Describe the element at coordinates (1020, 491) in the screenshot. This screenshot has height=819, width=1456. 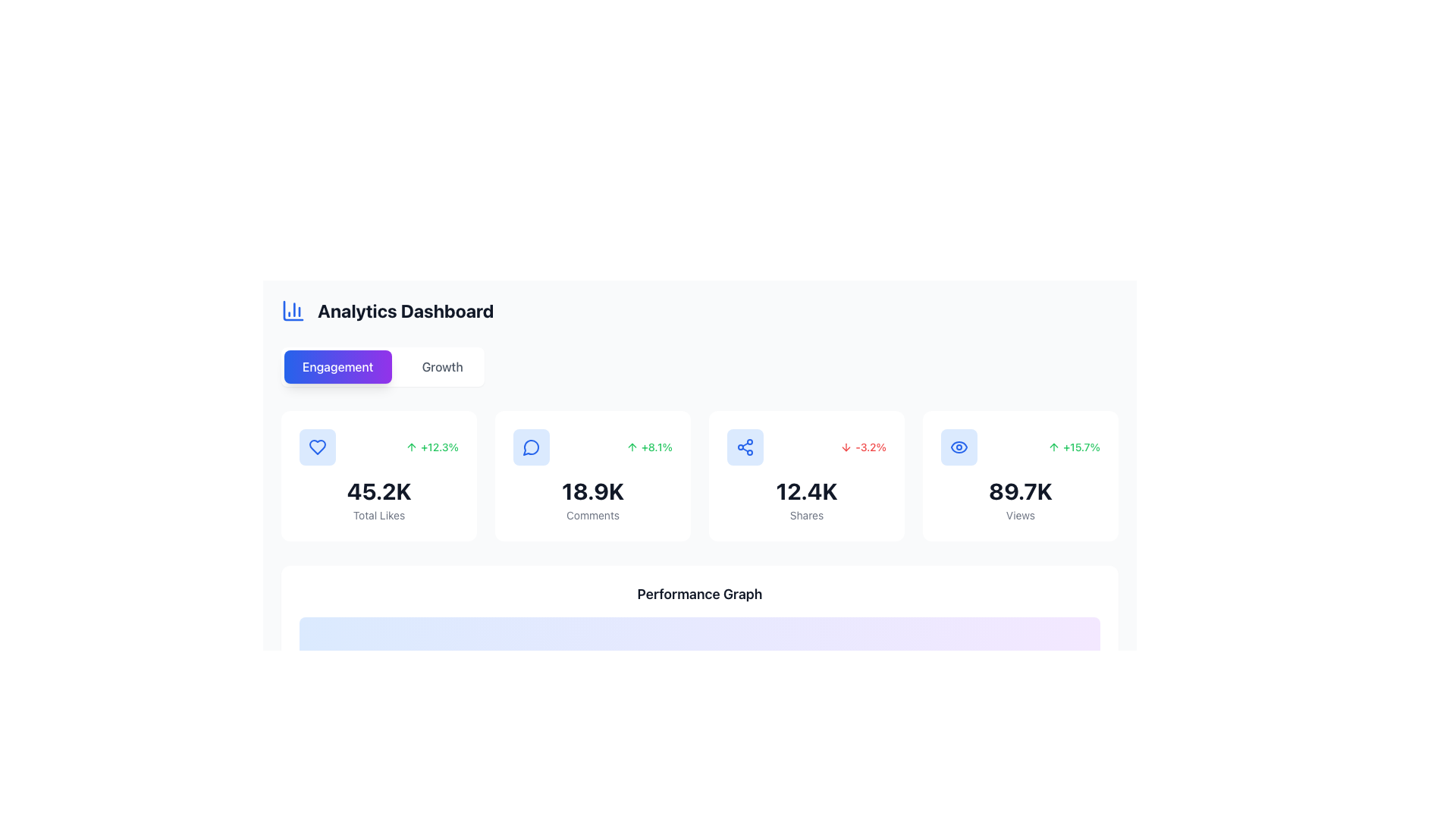
I see `the text label displaying '89.7K' within the white card in the 'Engagement' section of the dashboard` at that location.